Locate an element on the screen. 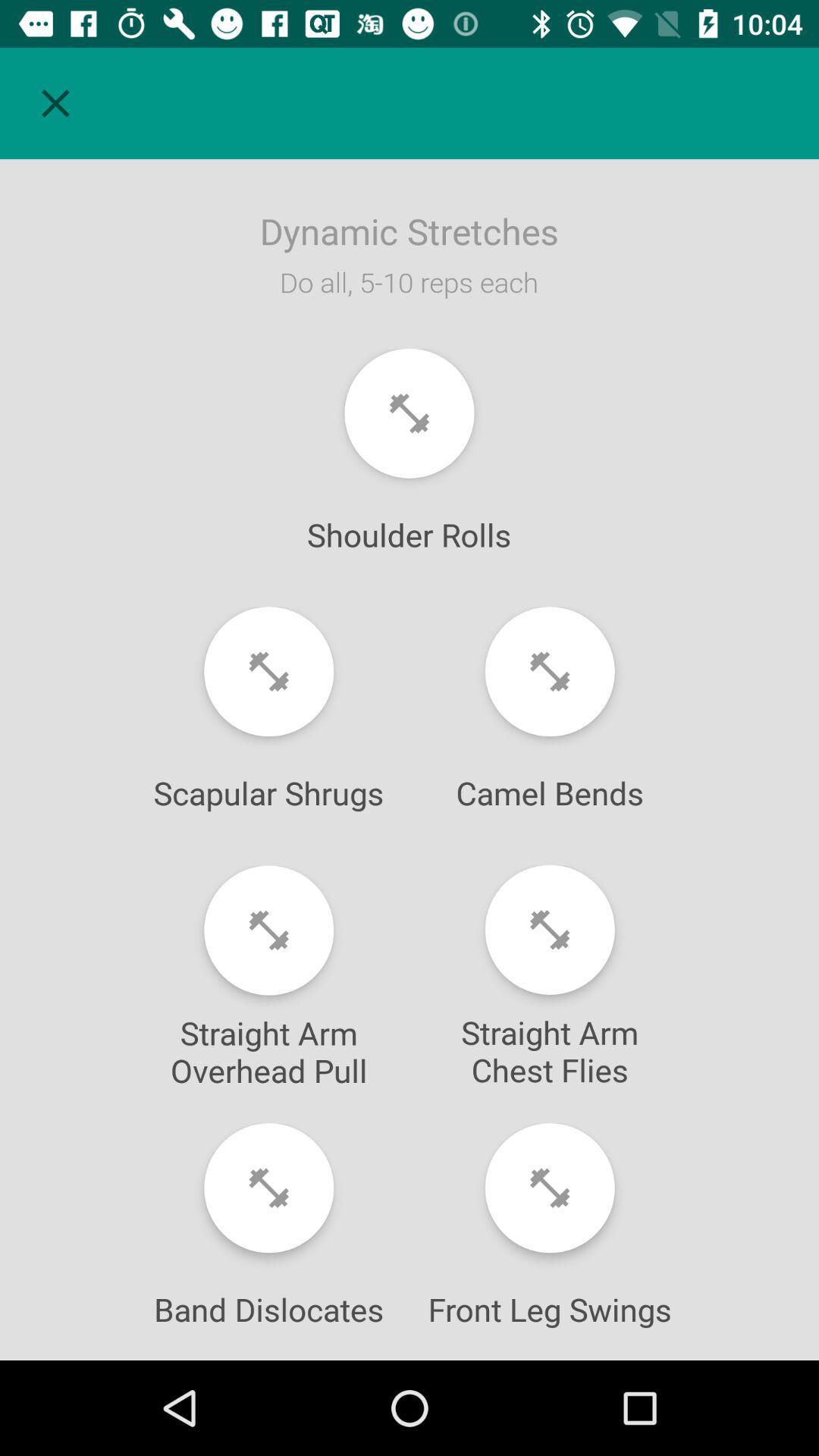 The image size is (819, 1456). weight icon is located at coordinates (409, 413).